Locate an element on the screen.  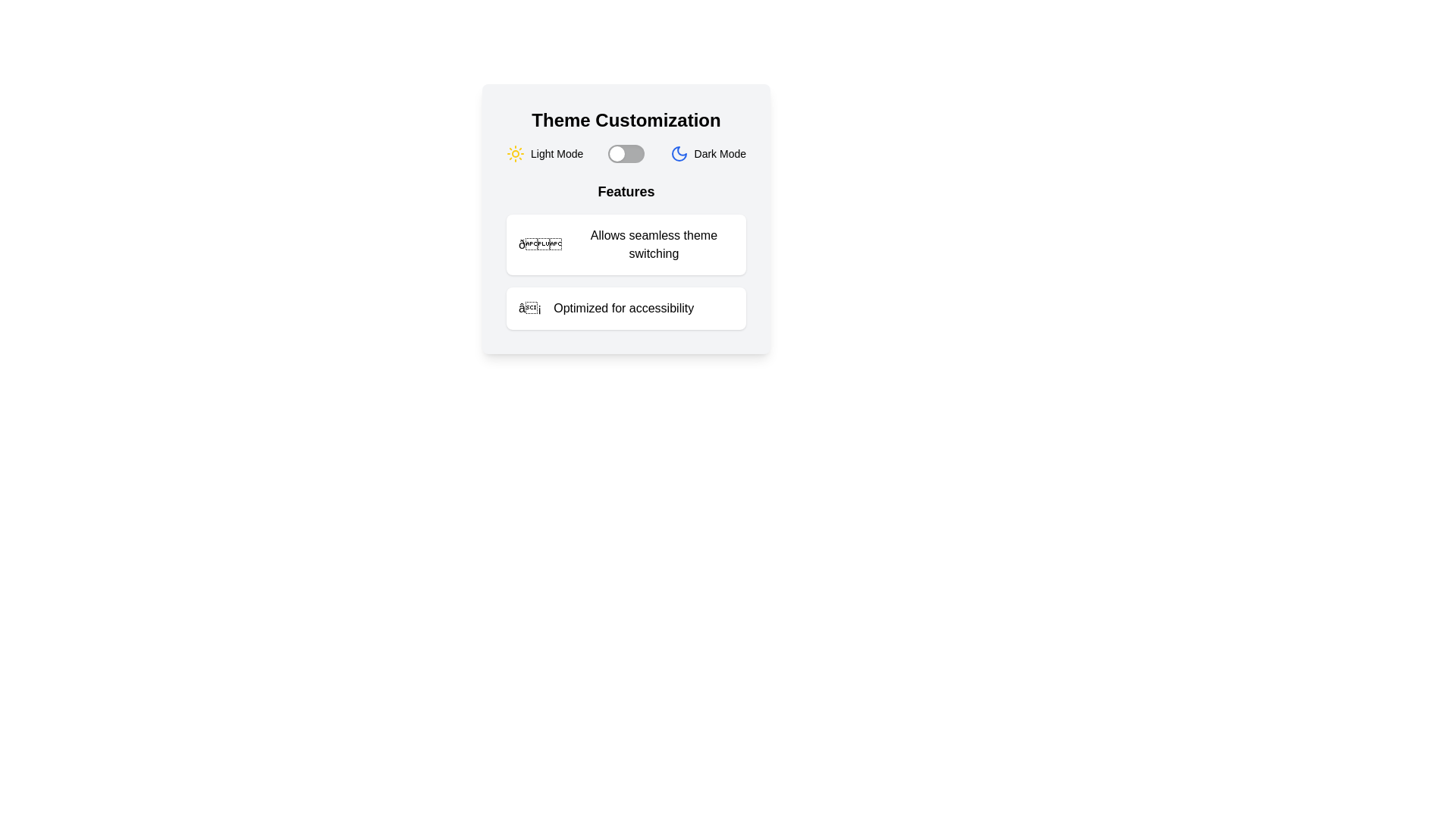
the Toggle Switch in the 'Theme Customization' section is located at coordinates (626, 154).